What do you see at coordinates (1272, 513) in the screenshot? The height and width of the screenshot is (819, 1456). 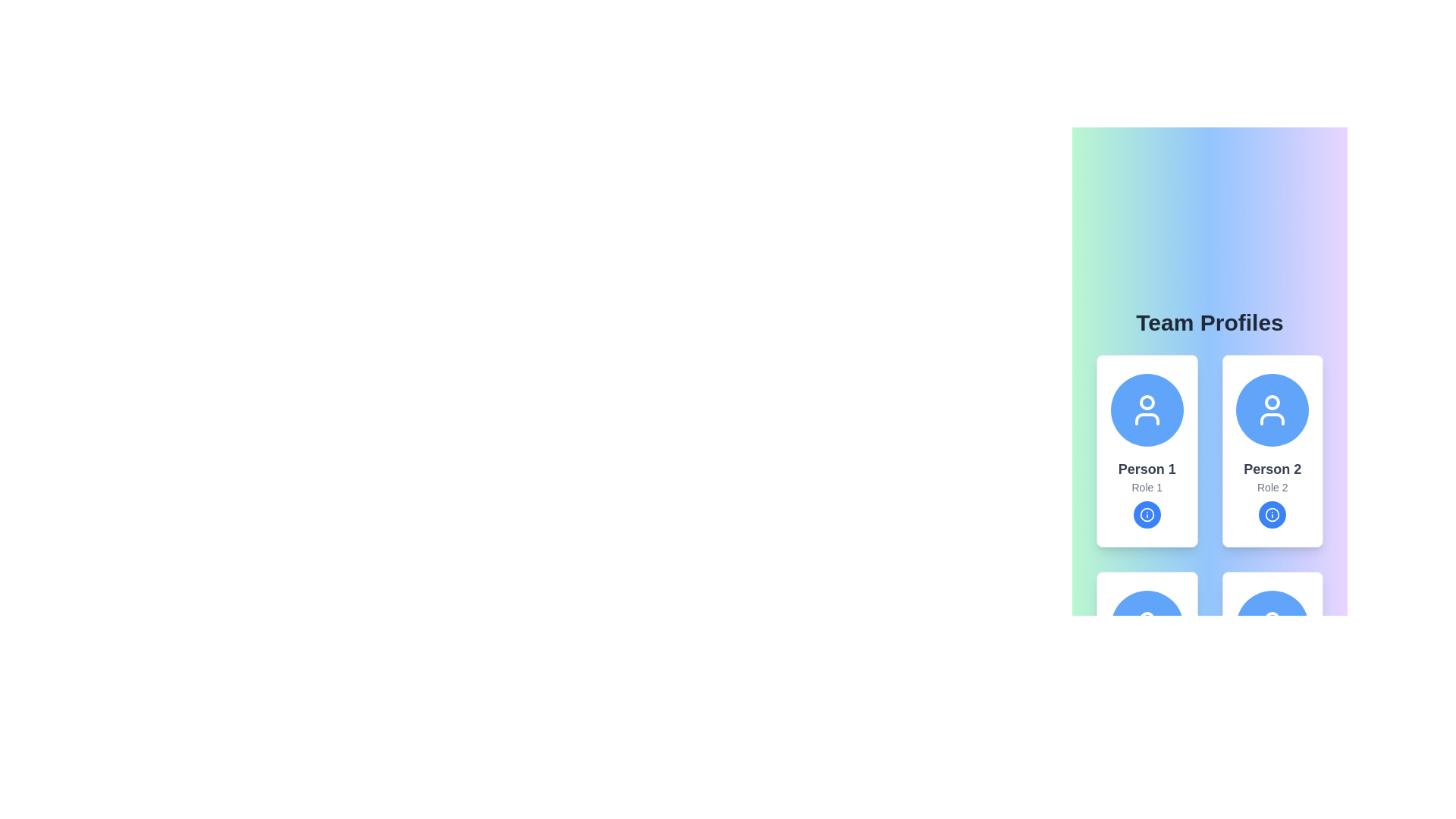 I see `the circular icon element representing an information symbol, located beneath the second profile card in the 'Team Profiles' section` at bounding box center [1272, 513].